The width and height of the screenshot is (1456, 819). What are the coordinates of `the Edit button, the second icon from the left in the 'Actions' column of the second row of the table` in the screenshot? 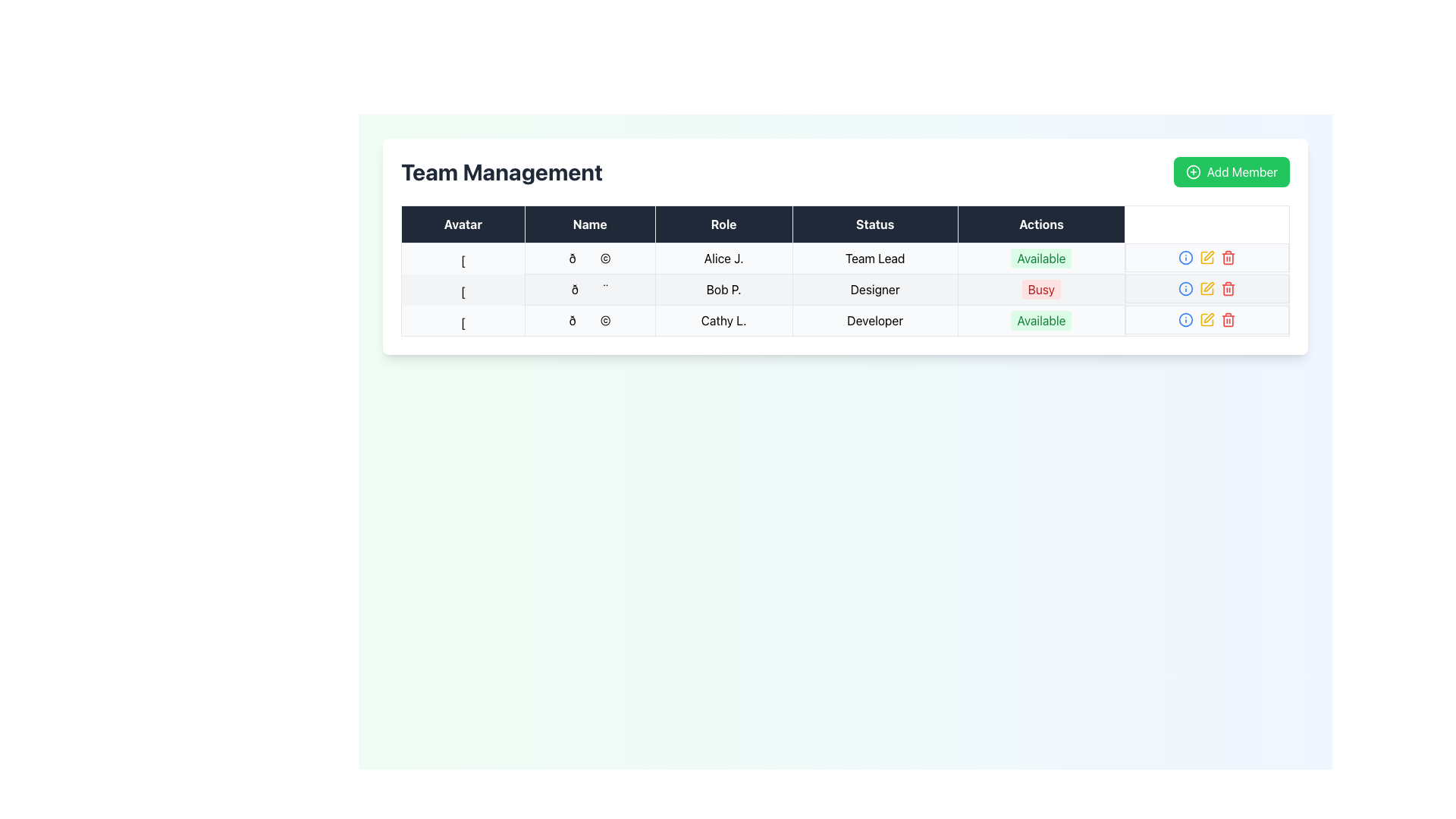 It's located at (1207, 288).